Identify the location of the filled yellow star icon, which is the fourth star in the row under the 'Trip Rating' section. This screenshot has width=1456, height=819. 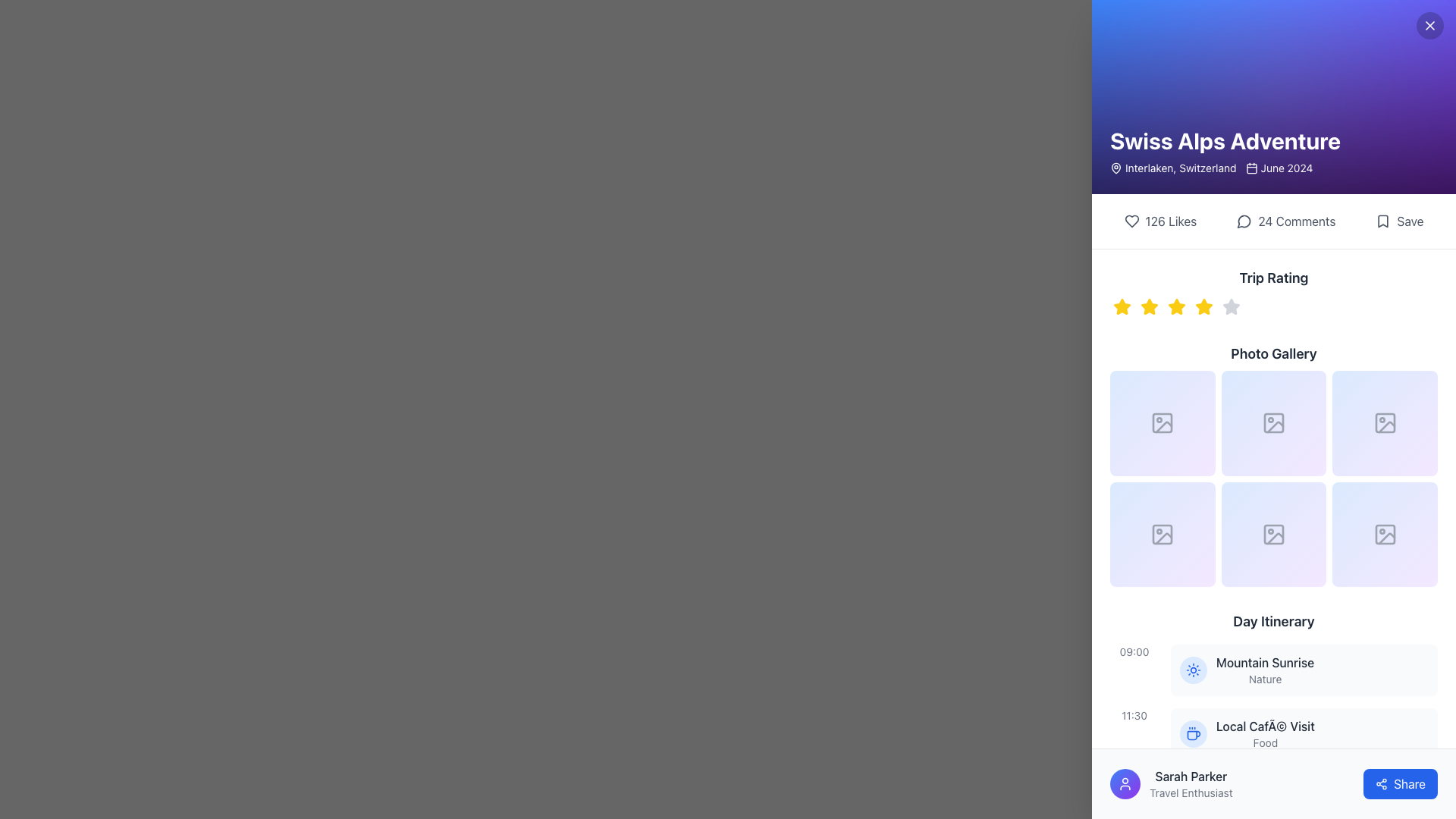
(1203, 307).